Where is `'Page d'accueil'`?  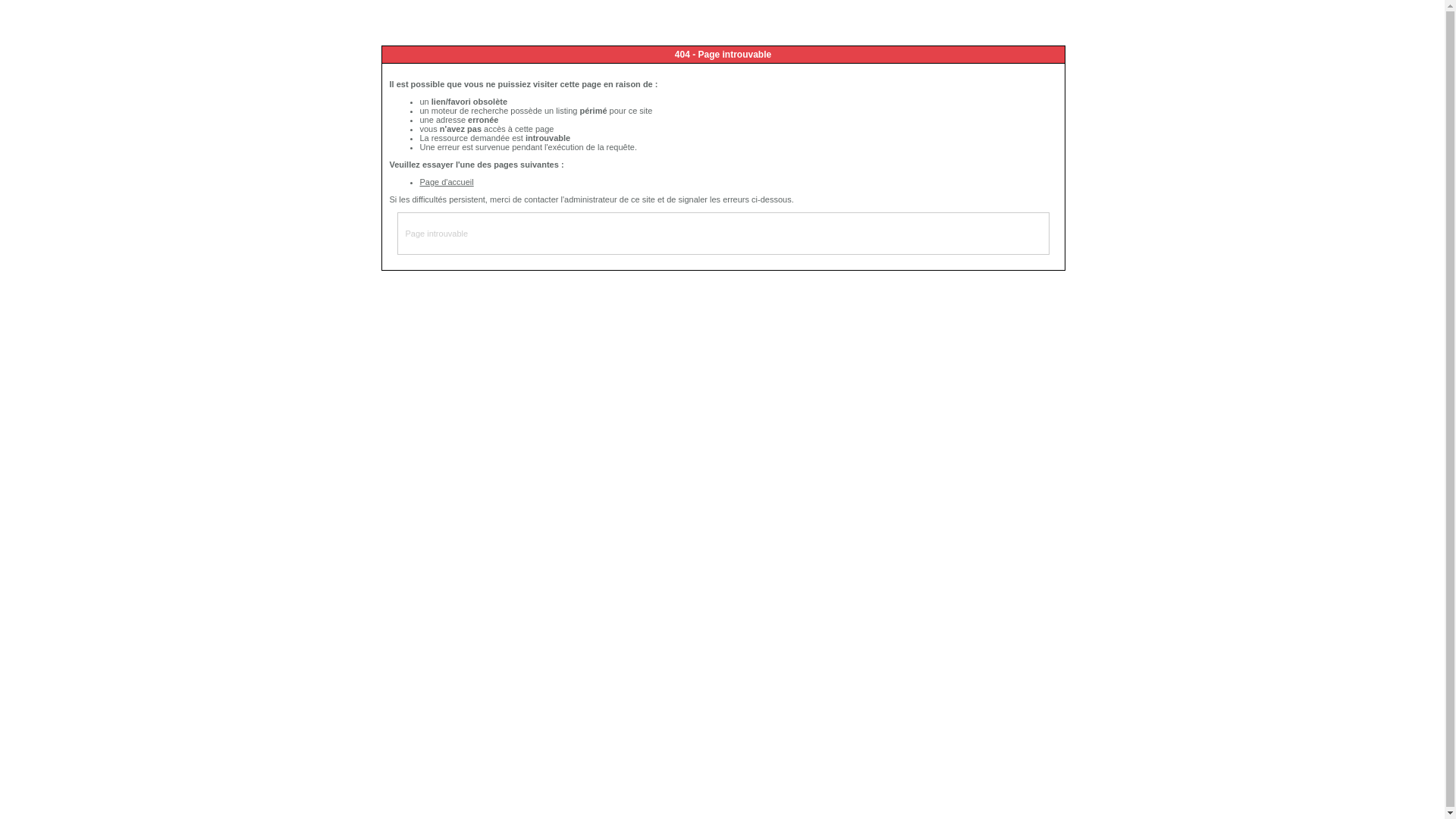
'Page d'accueil' is located at coordinates (419, 180).